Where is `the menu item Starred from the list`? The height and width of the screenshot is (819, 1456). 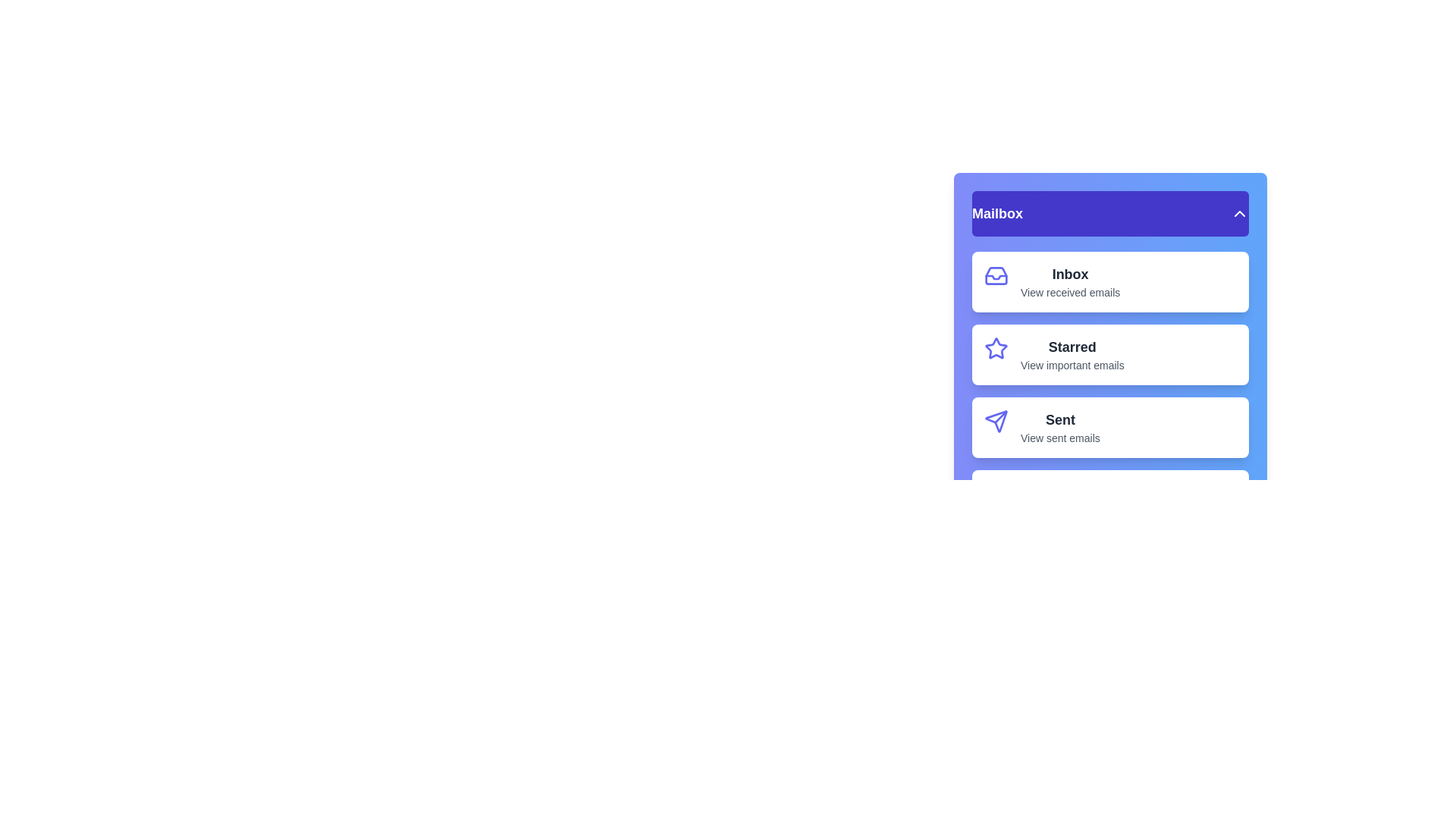
the menu item Starred from the list is located at coordinates (1110, 354).